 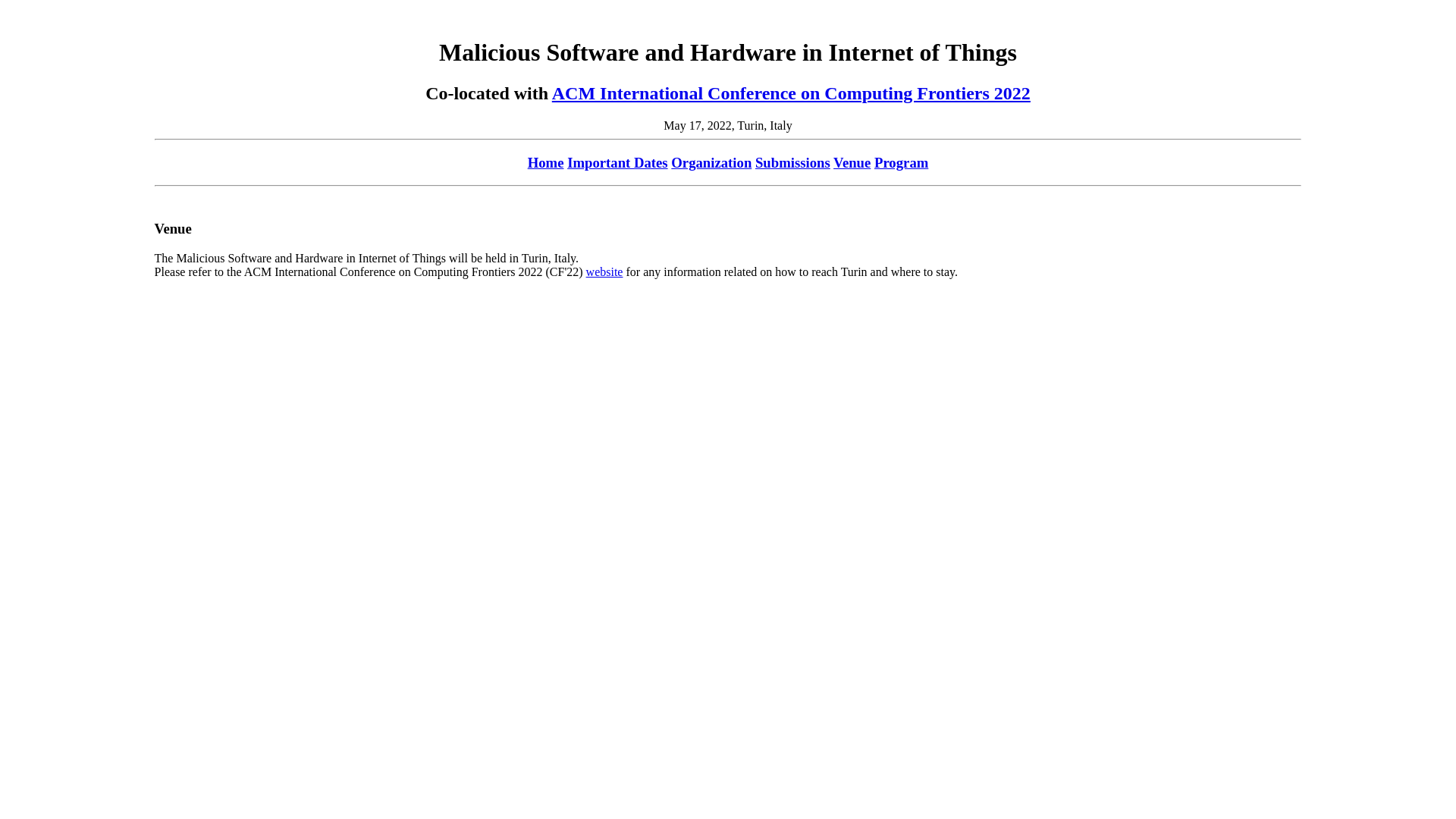 What do you see at coordinates (901, 162) in the screenshot?
I see `'Program'` at bounding box center [901, 162].